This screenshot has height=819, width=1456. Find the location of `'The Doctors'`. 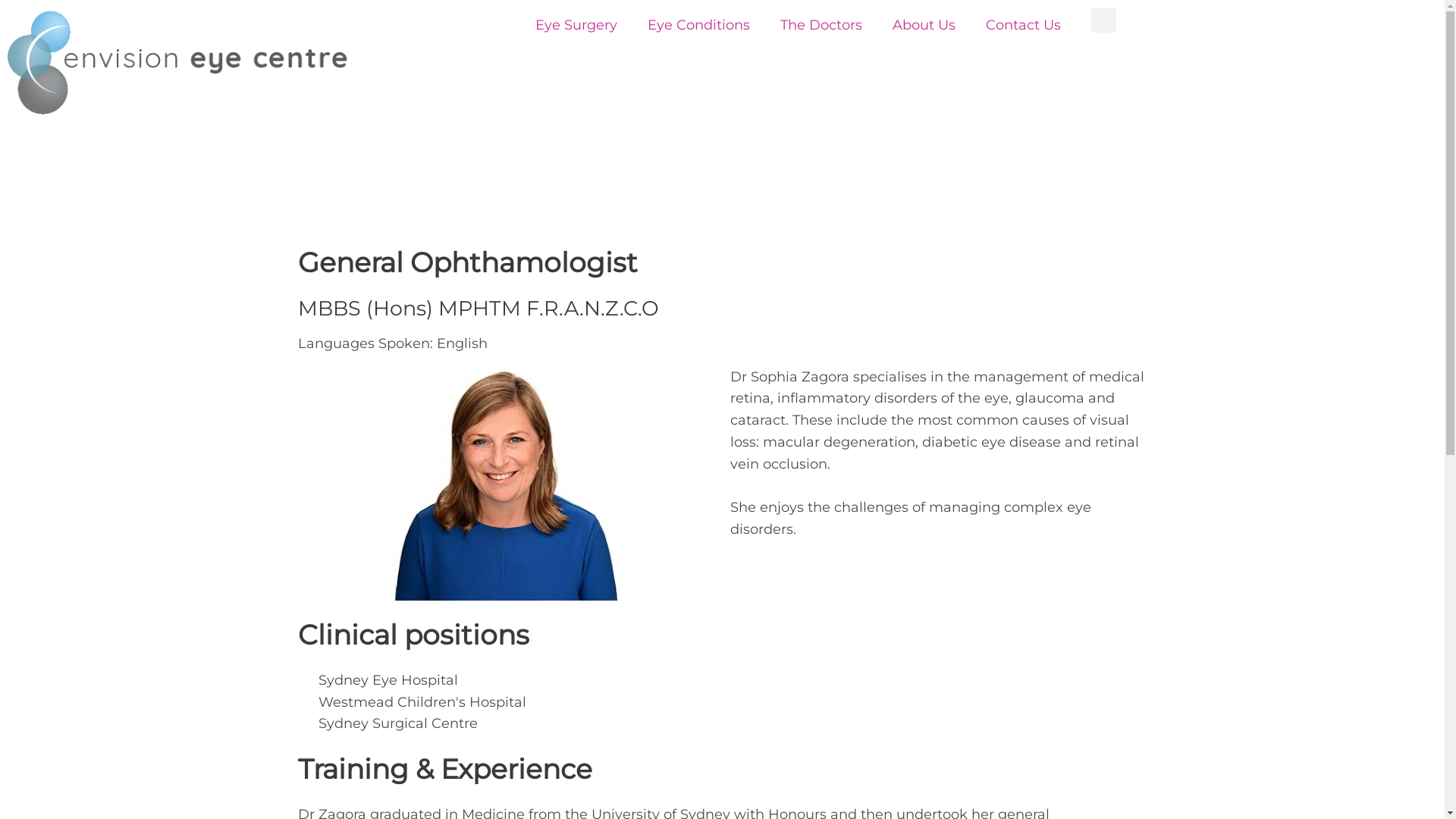

'The Doctors' is located at coordinates (821, 25).